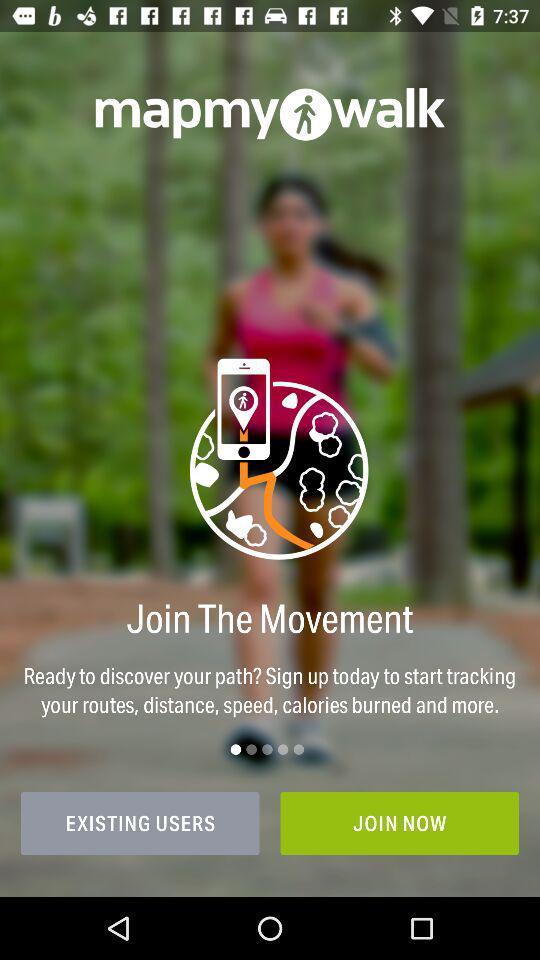 This screenshot has width=540, height=960. Describe the element at coordinates (139, 823) in the screenshot. I see `icon next to the join now item` at that location.